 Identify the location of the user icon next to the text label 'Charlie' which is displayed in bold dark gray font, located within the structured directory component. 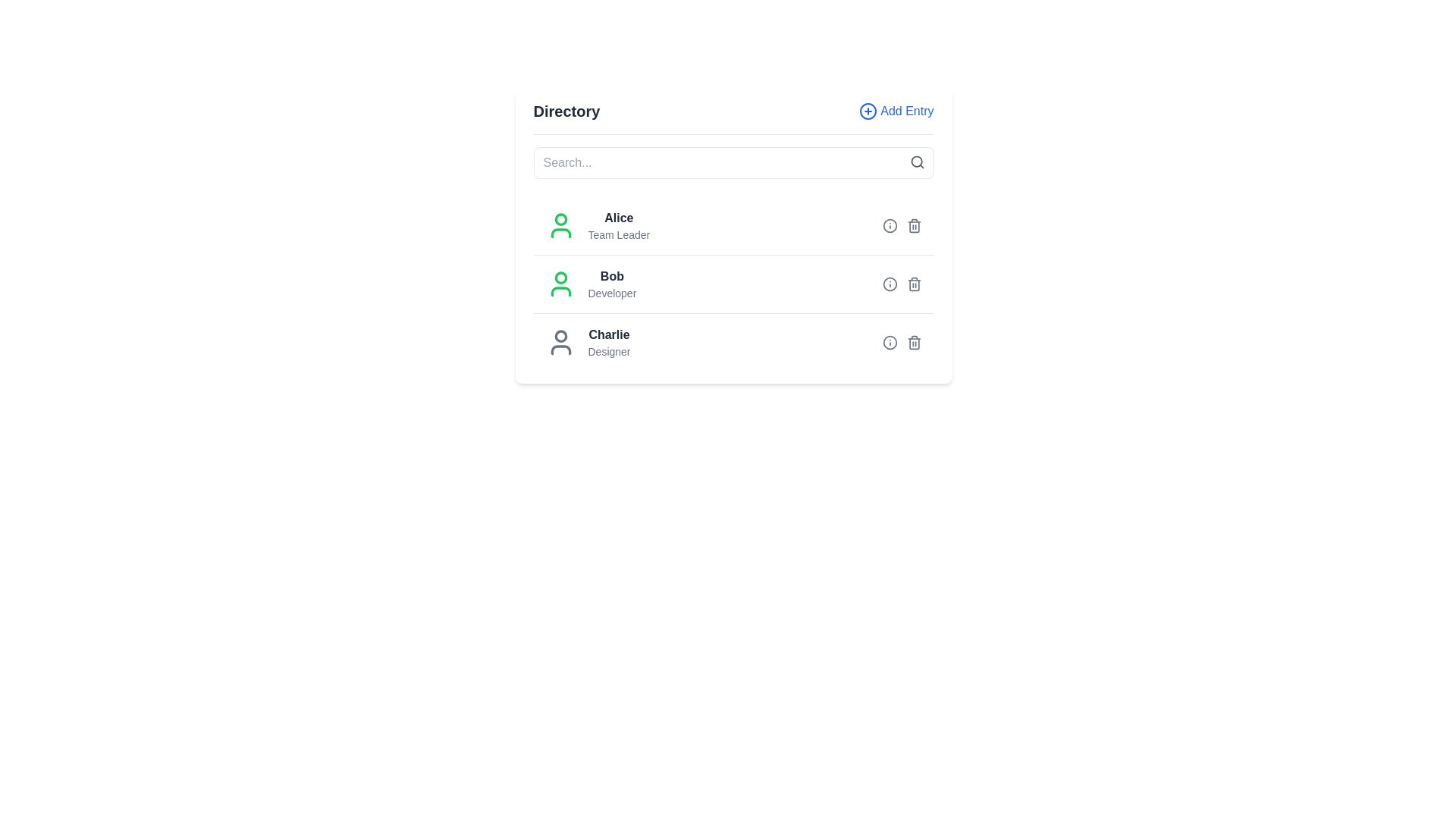
(609, 342).